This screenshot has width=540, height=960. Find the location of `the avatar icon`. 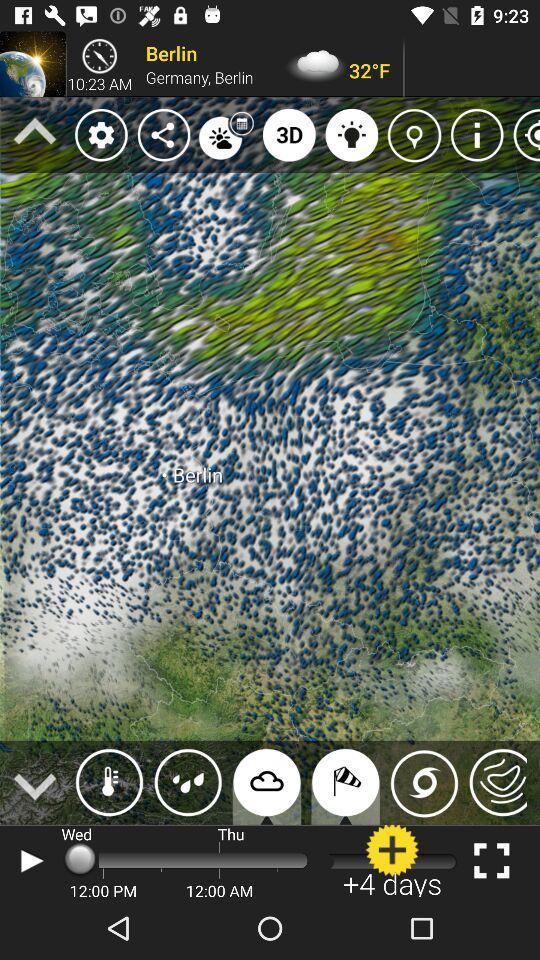

the avatar icon is located at coordinates (392, 859).